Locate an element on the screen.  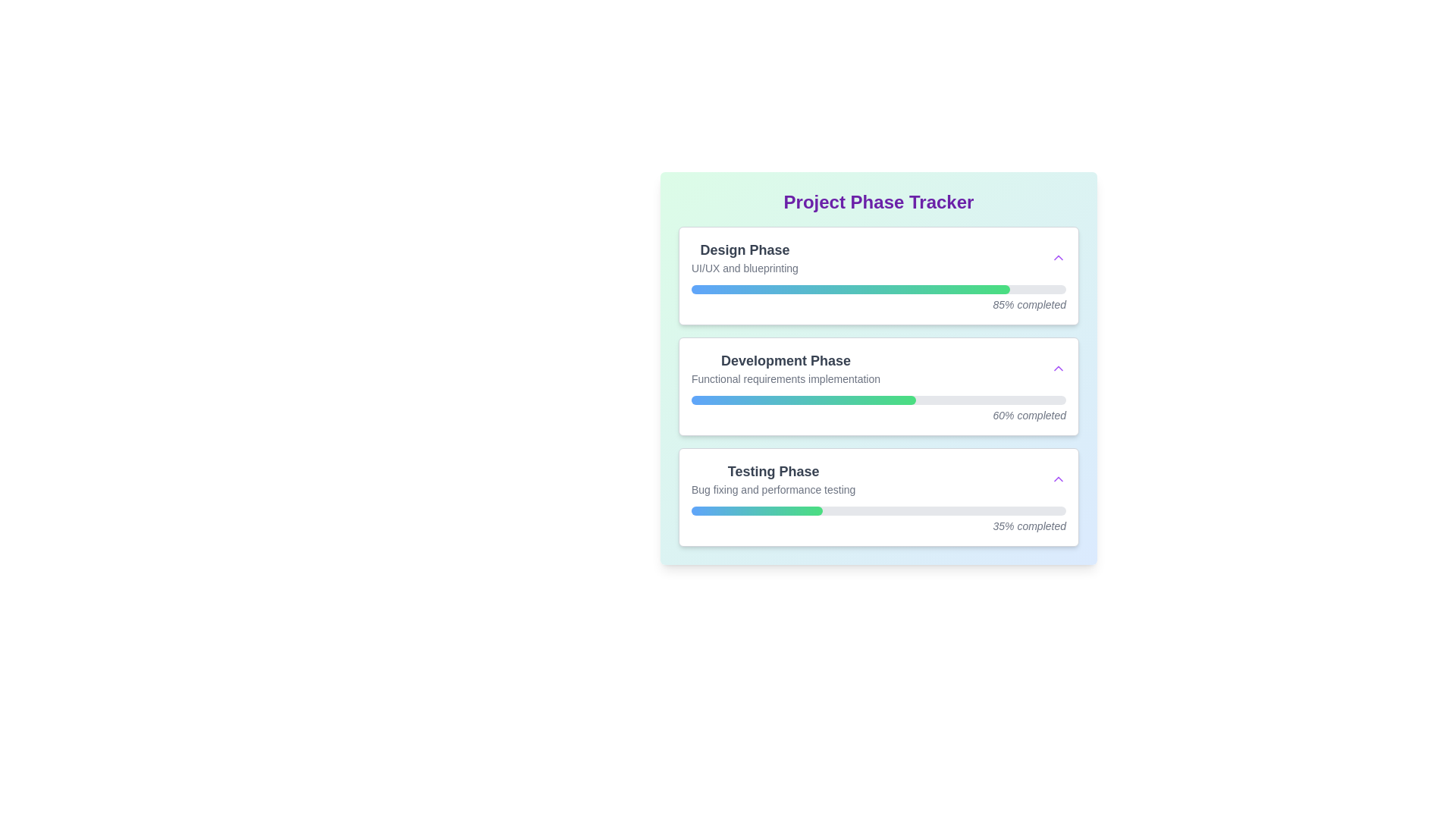
the gradient-filled portion of the horizontal progress bar that visually represents the completion percentage of the 'Development Phase' is located at coordinates (803, 400).